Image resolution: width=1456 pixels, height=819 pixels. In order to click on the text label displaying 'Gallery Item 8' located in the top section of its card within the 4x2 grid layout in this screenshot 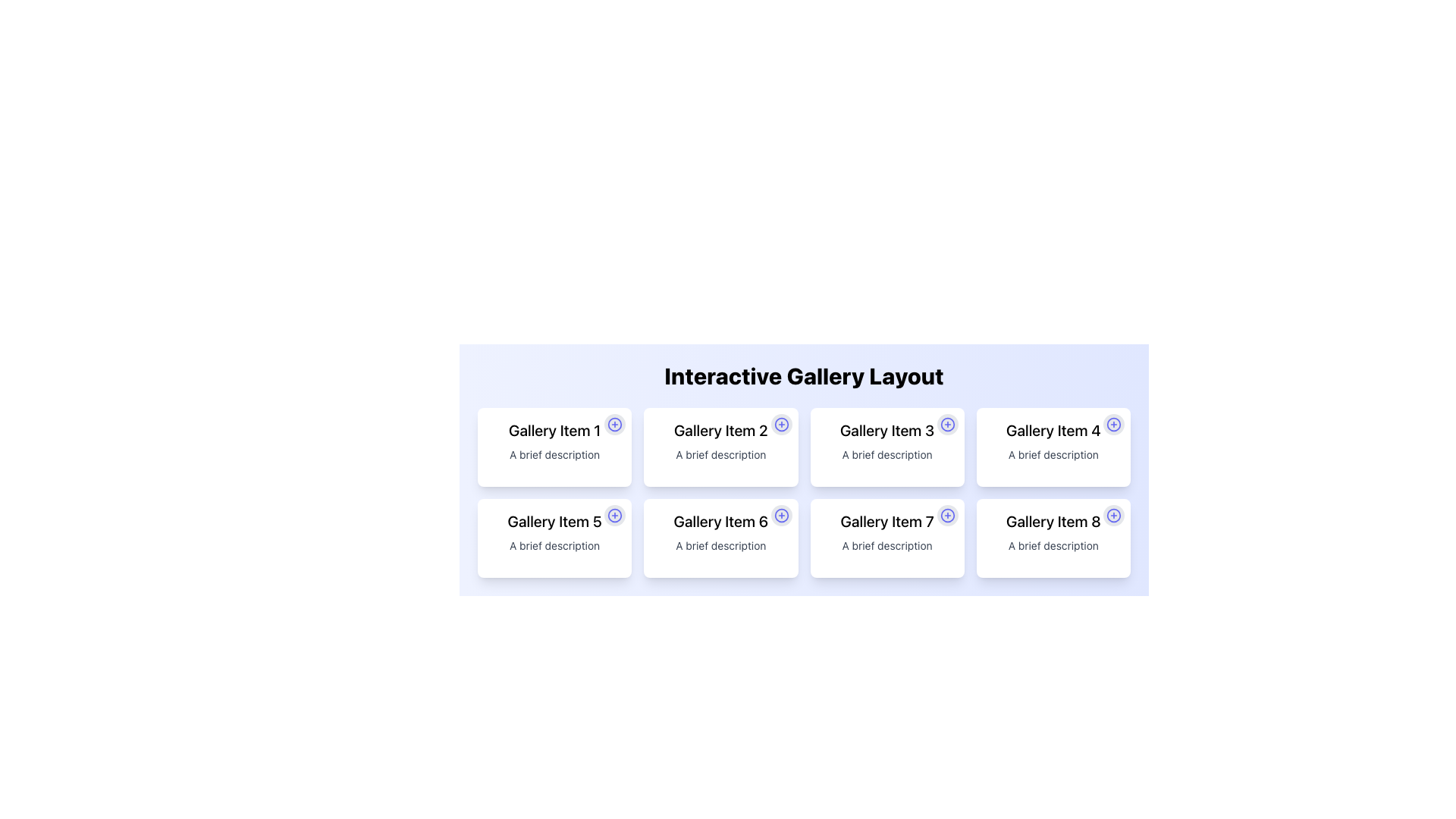, I will do `click(1053, 520)`.